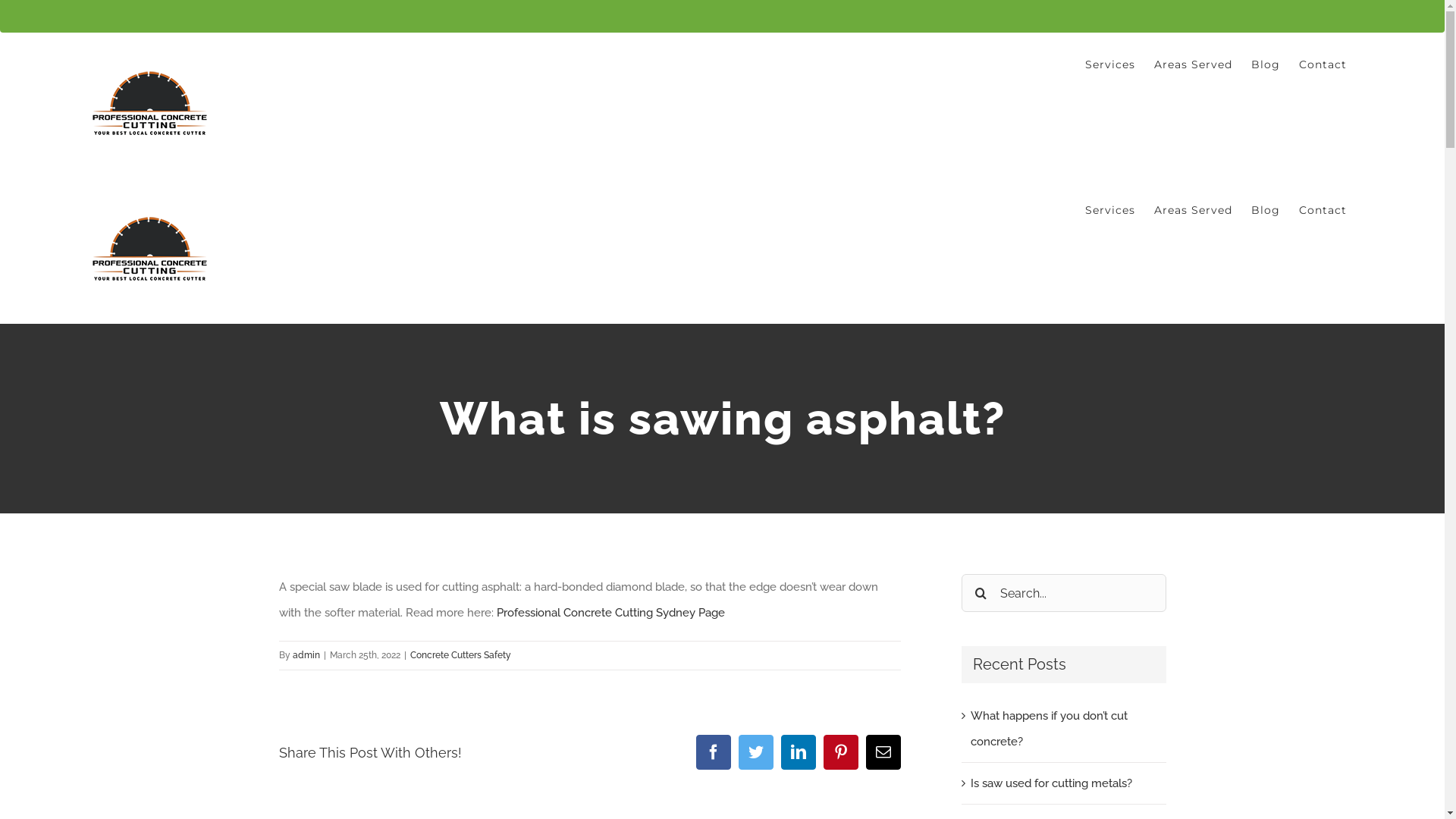 The height and width of the screenshot is (819, 1456). I want to click on 'Areas Served', so click(1153, 63).